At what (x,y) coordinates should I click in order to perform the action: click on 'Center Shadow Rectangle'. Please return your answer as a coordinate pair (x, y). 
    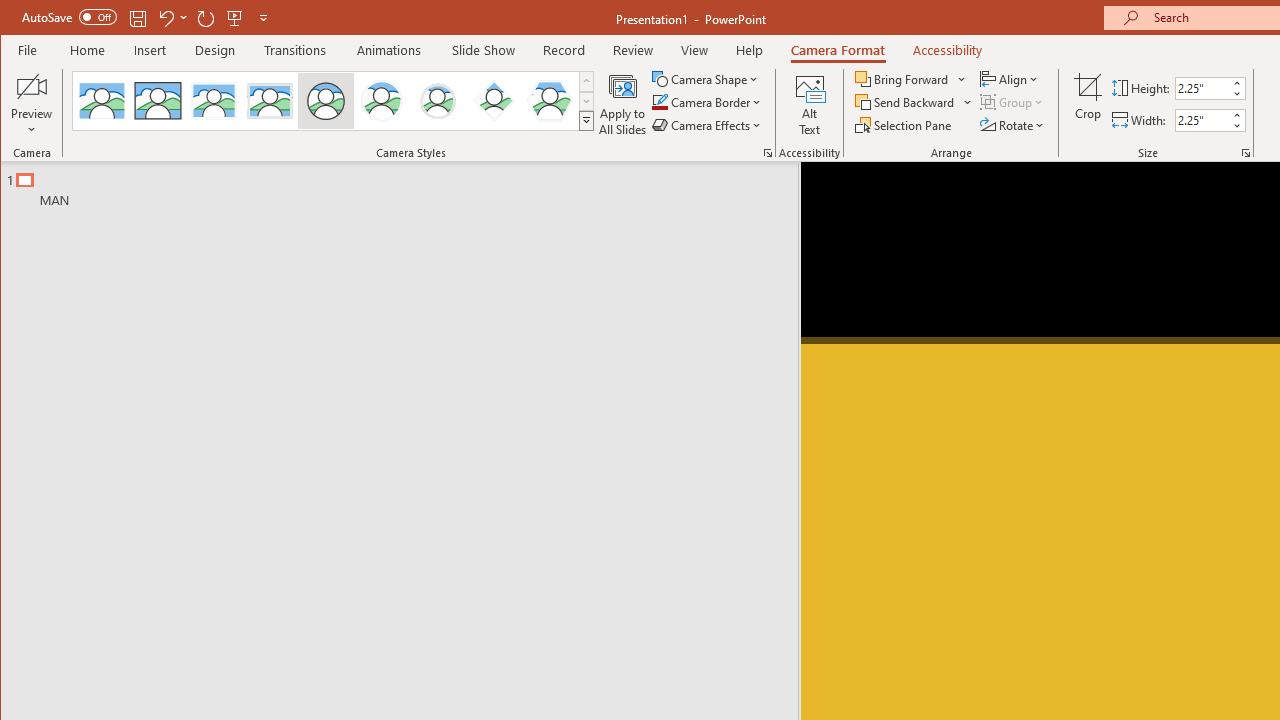
    Looking at the image, I should click on (213, 100).